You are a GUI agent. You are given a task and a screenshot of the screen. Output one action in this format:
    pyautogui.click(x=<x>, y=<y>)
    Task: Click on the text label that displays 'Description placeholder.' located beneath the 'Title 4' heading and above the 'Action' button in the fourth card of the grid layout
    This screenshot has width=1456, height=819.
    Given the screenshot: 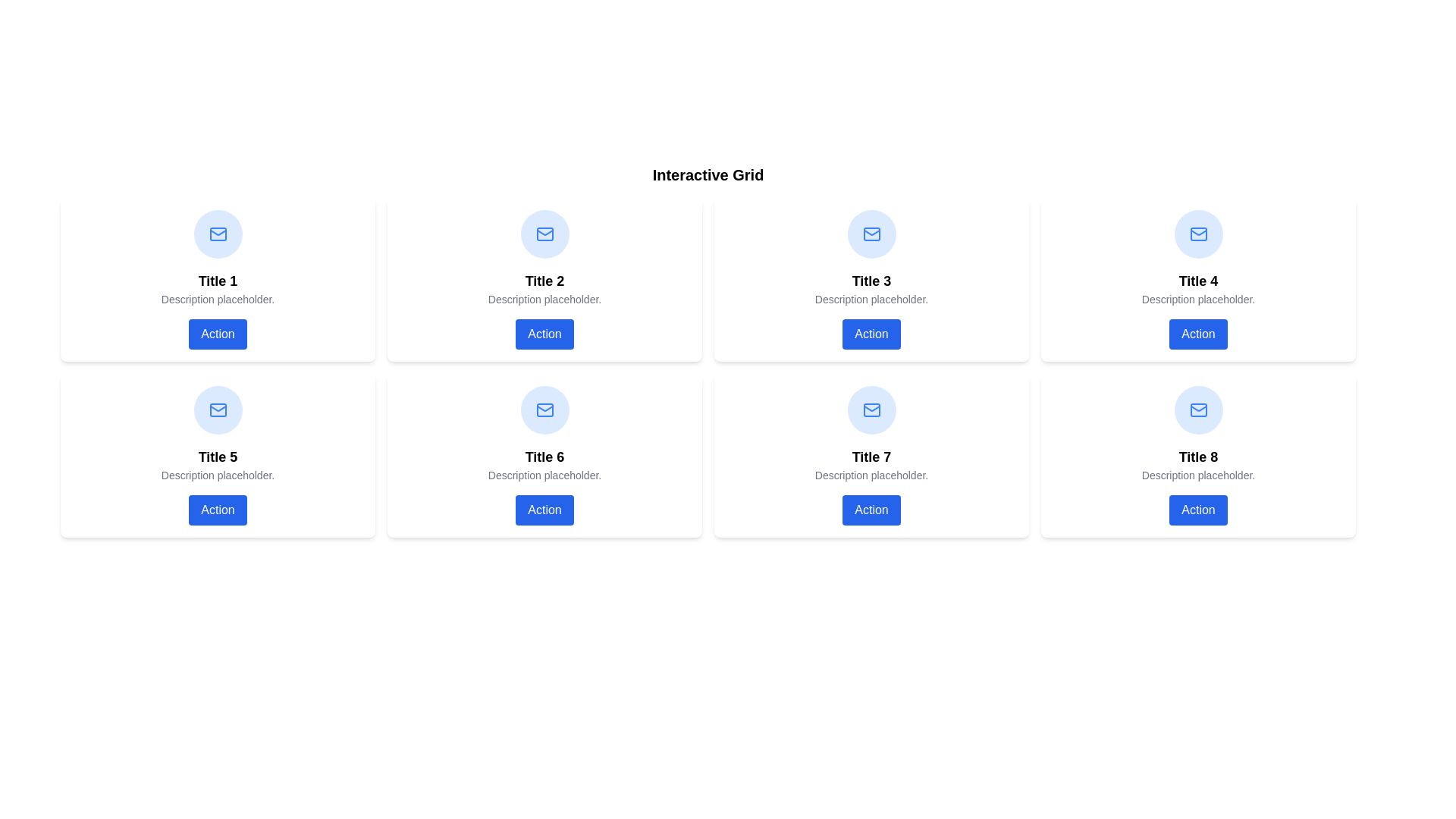 What is the action you would take?
    pyautogui.click(x=1197, y=299)
    